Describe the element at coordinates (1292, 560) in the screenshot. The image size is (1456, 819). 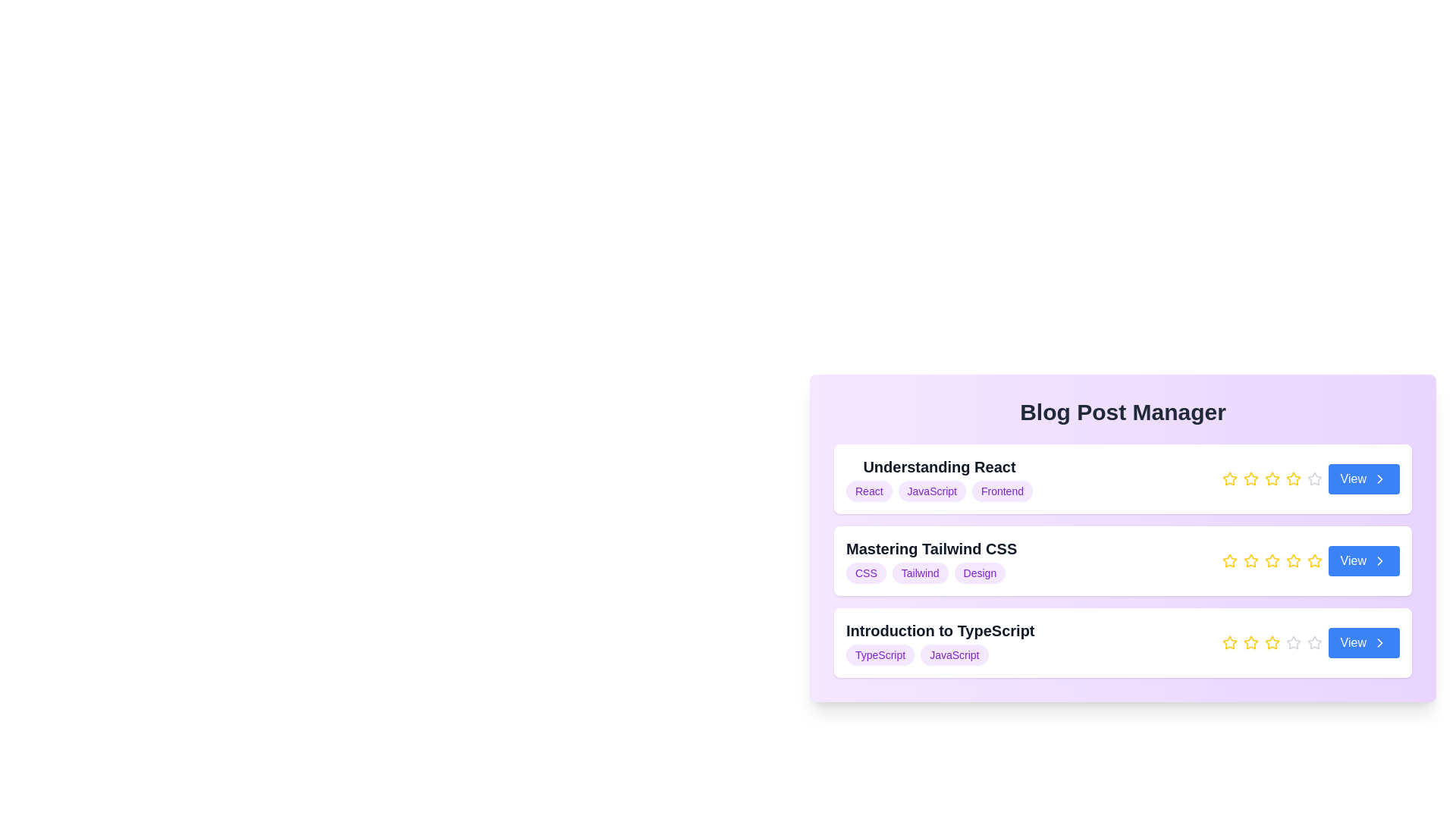
I see `the fourth yellow five-pointed star icon with a hollow center in the 'Mastering Tailwind CSS' rating section` at that location.